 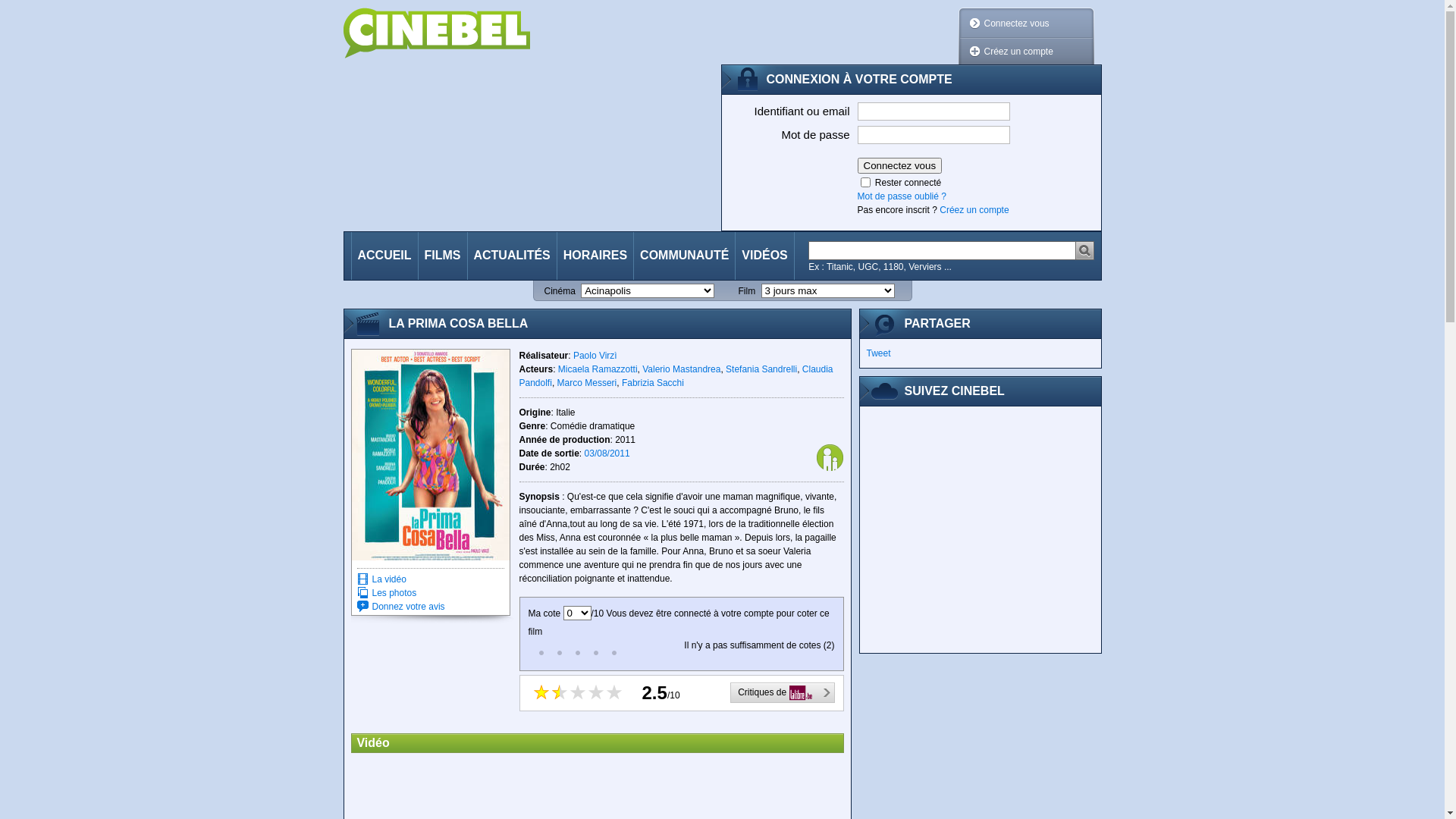 I want to click on 'Claudia Pandolfi', so click(x=675, y=375).